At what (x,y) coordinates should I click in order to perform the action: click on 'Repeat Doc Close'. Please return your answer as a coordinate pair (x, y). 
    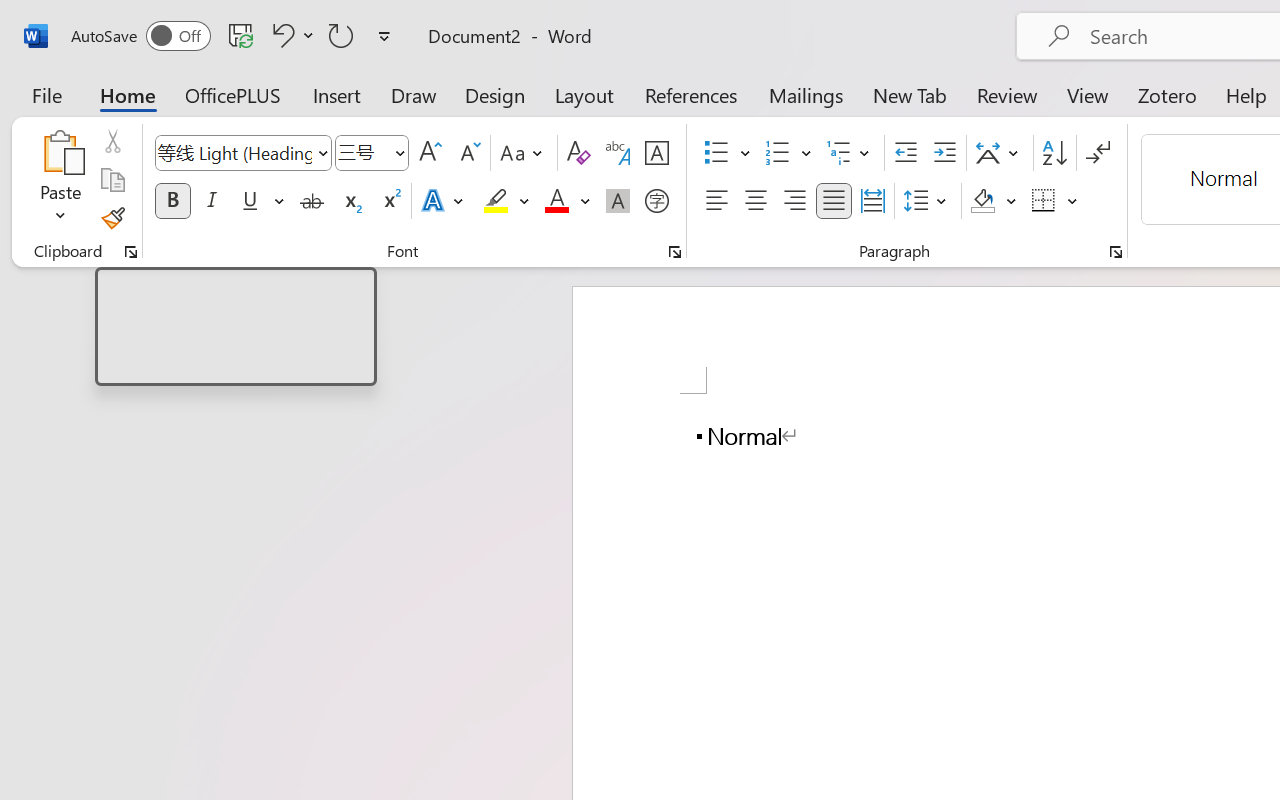
    Looking at the image, I should click on (341, 34).